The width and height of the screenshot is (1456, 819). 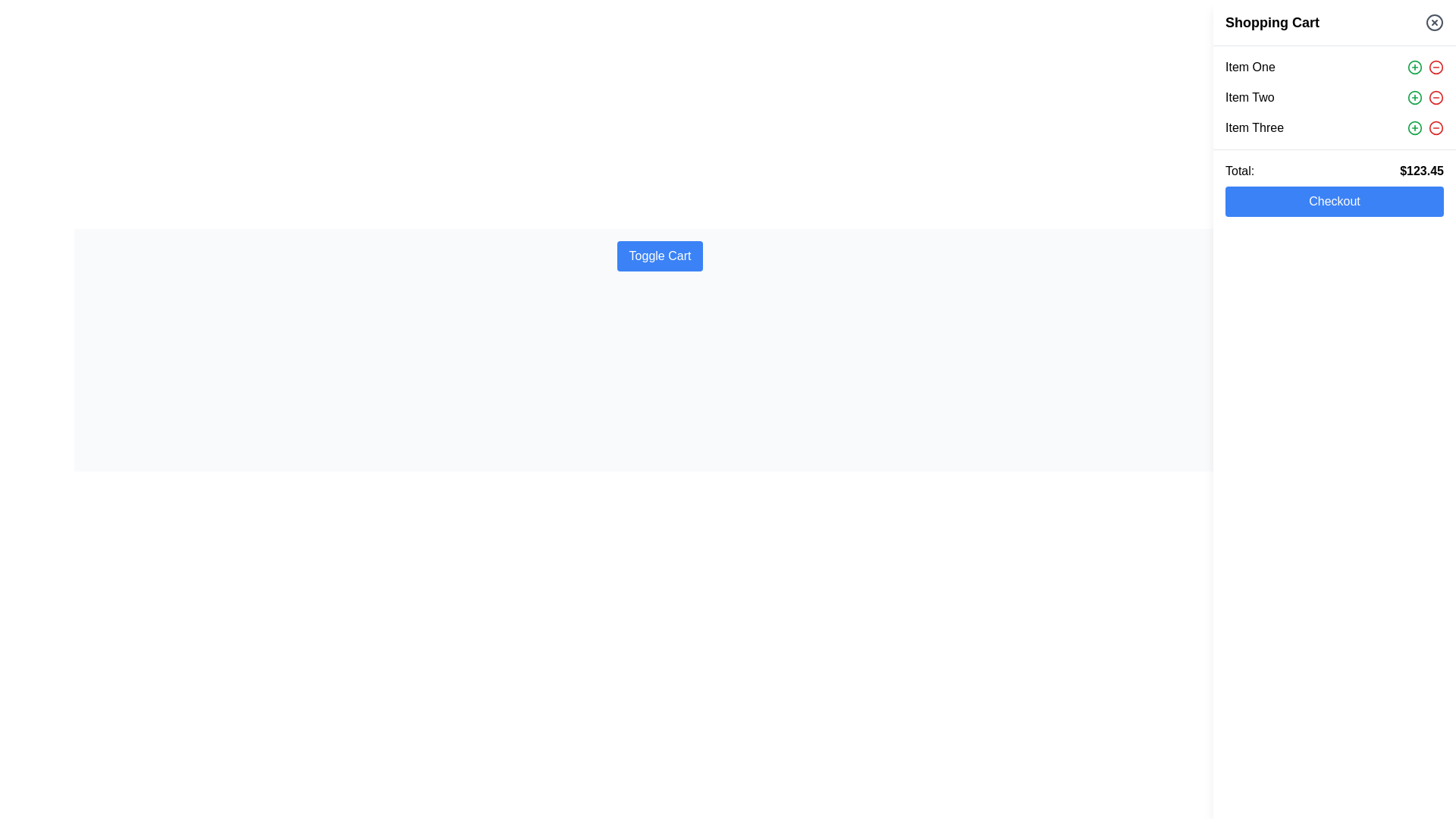 What do you see at coordinates (1433, 23) in the screenshot?
I see `the close button on the 'Shopping Cart' interface` at bounding box center [1433, 23].